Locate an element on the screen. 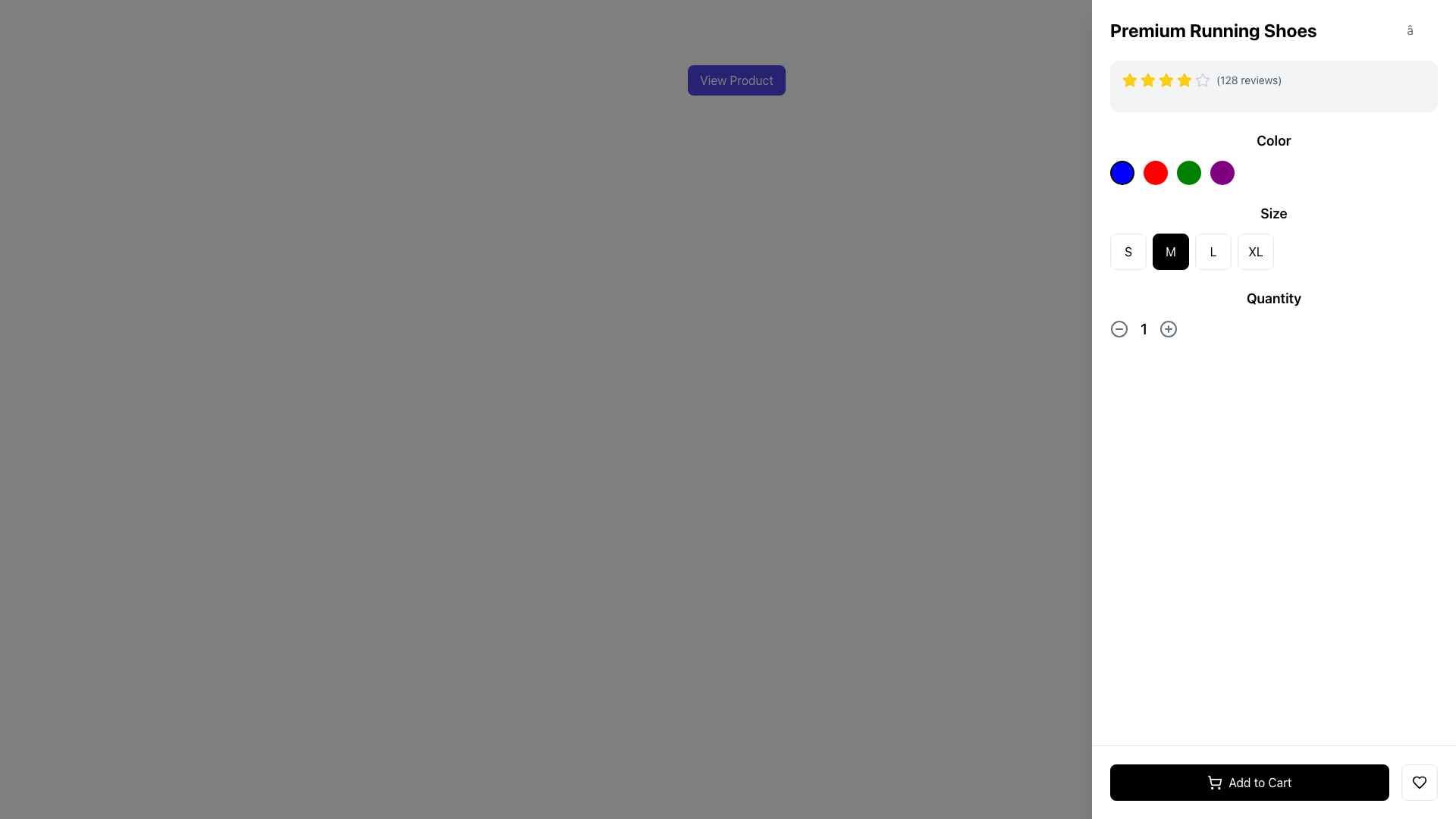 The image size is (1456, 819). the circular button with a horizontal line in the 'Quantity' section to decrease the quantity is located at coordinates (1119, 328).